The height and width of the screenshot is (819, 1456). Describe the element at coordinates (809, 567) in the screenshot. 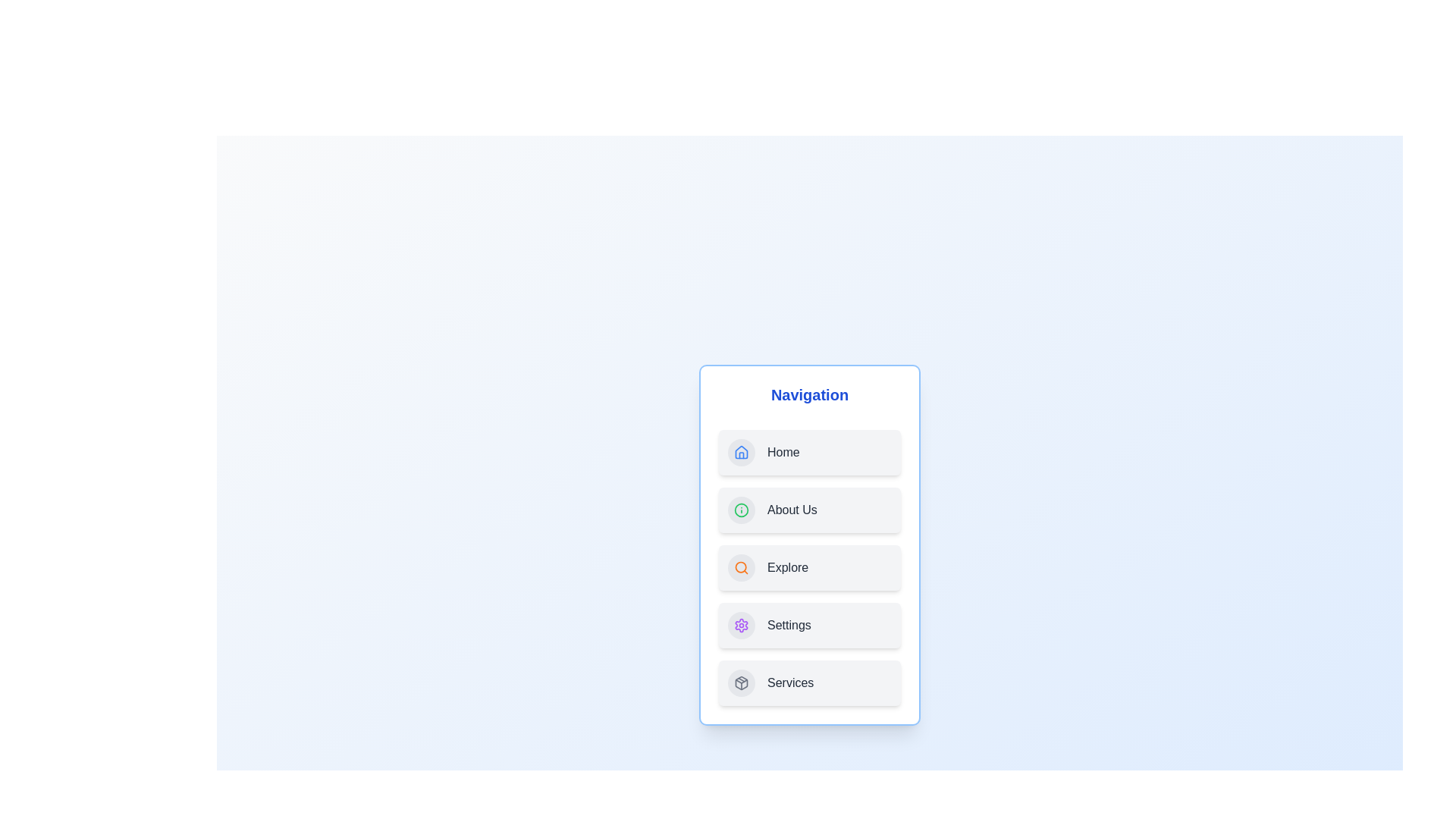

I see `the 'Explore' navigation item to navigate to the explore section` at that location.